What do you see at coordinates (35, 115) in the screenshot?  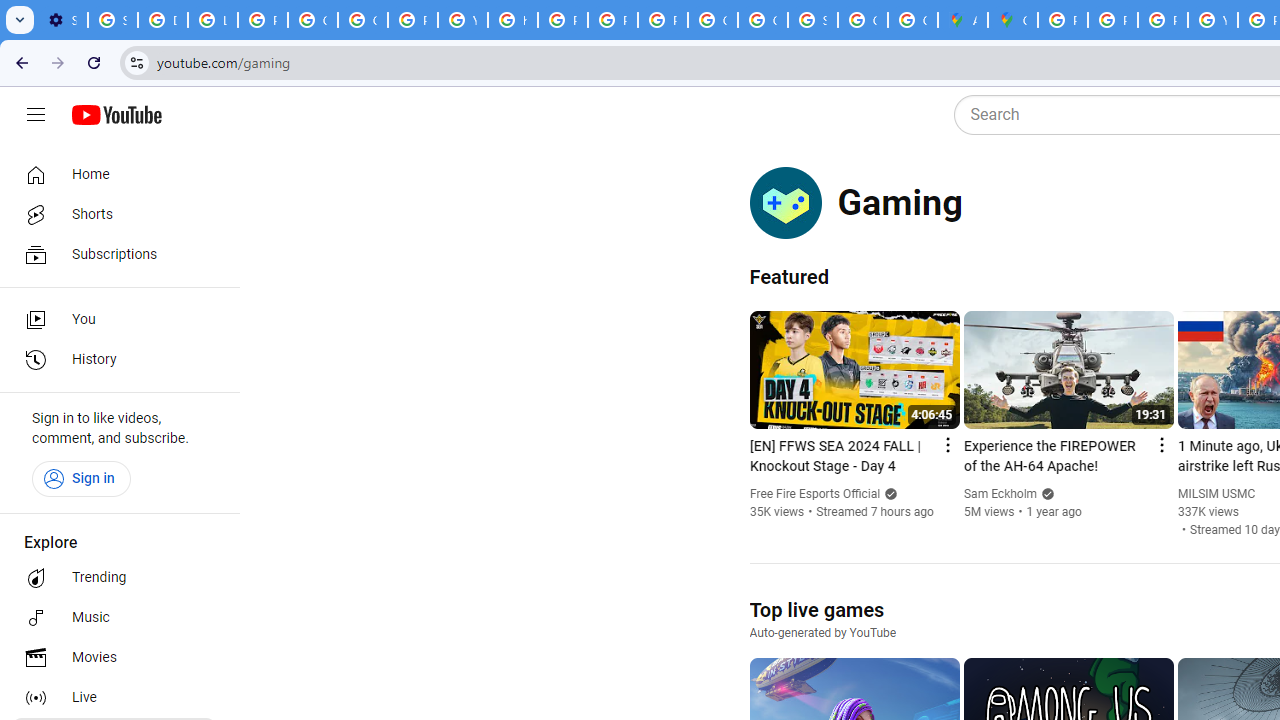 I see `'Guide'` at bounding box center [35, 115].